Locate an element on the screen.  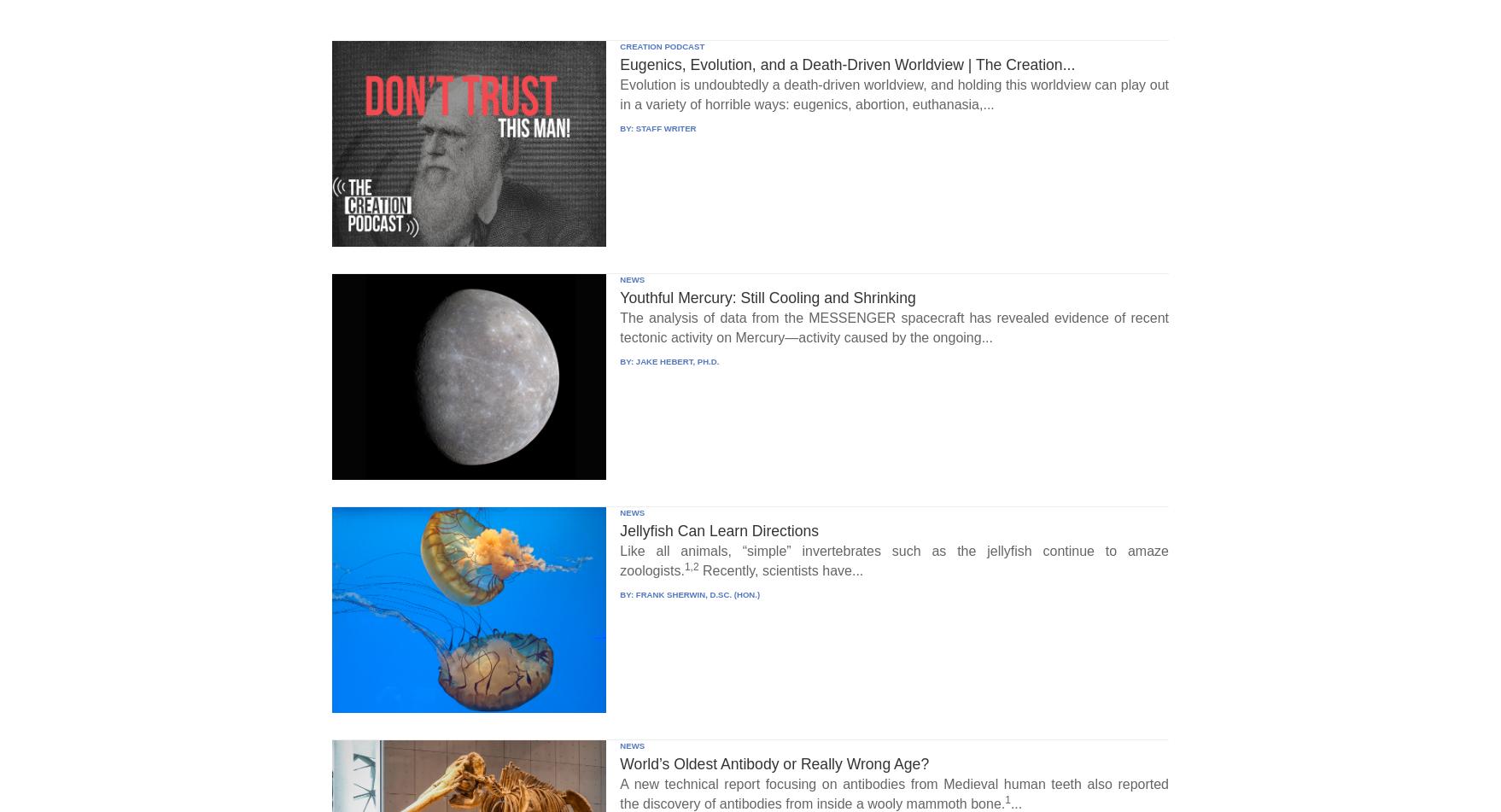
'Jellyfish Can Learn Directions' is located at coordinates (718, 529).